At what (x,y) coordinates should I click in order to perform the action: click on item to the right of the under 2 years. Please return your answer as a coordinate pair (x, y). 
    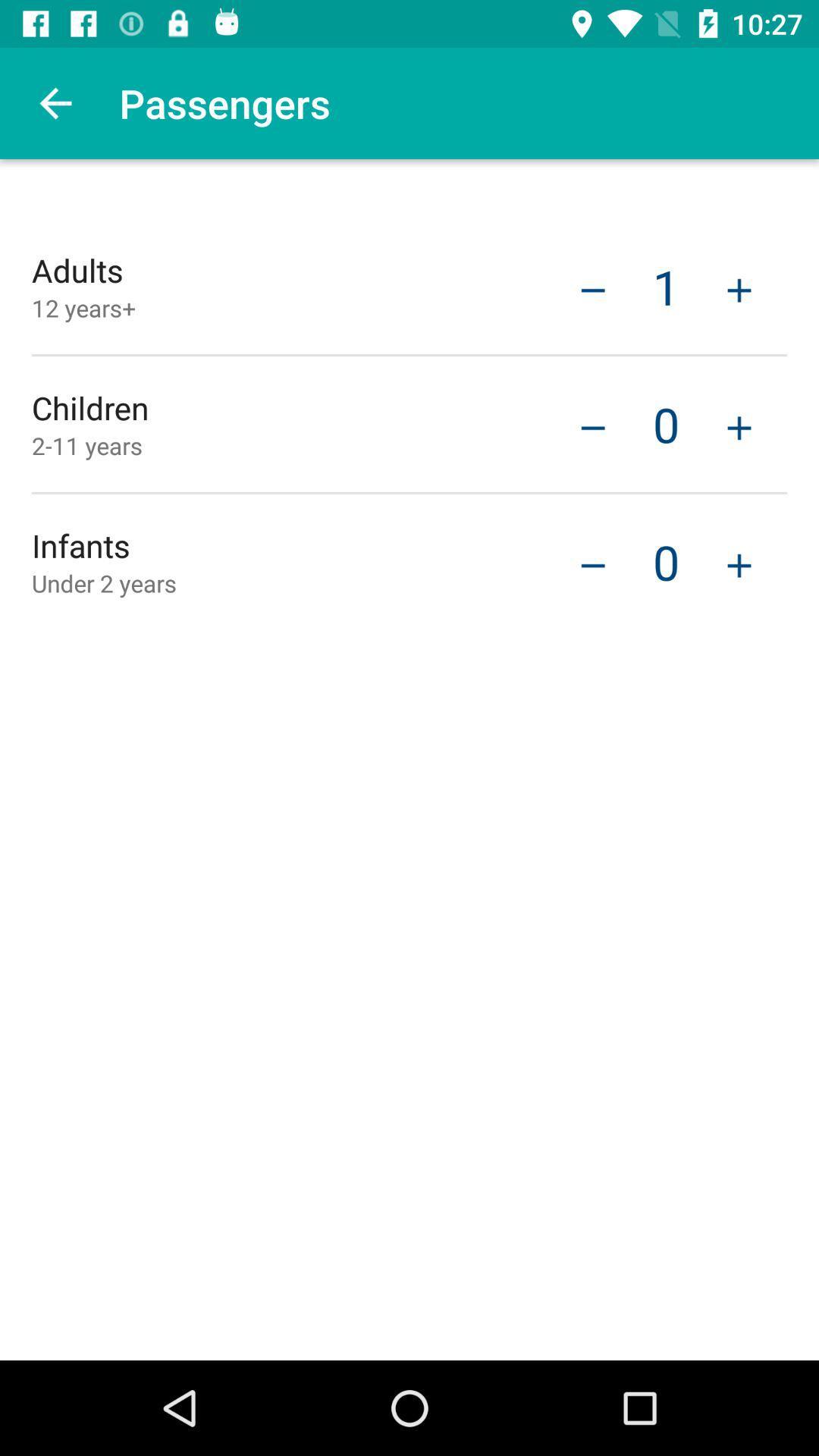
    Looking at the image, I should click on (592, 563).